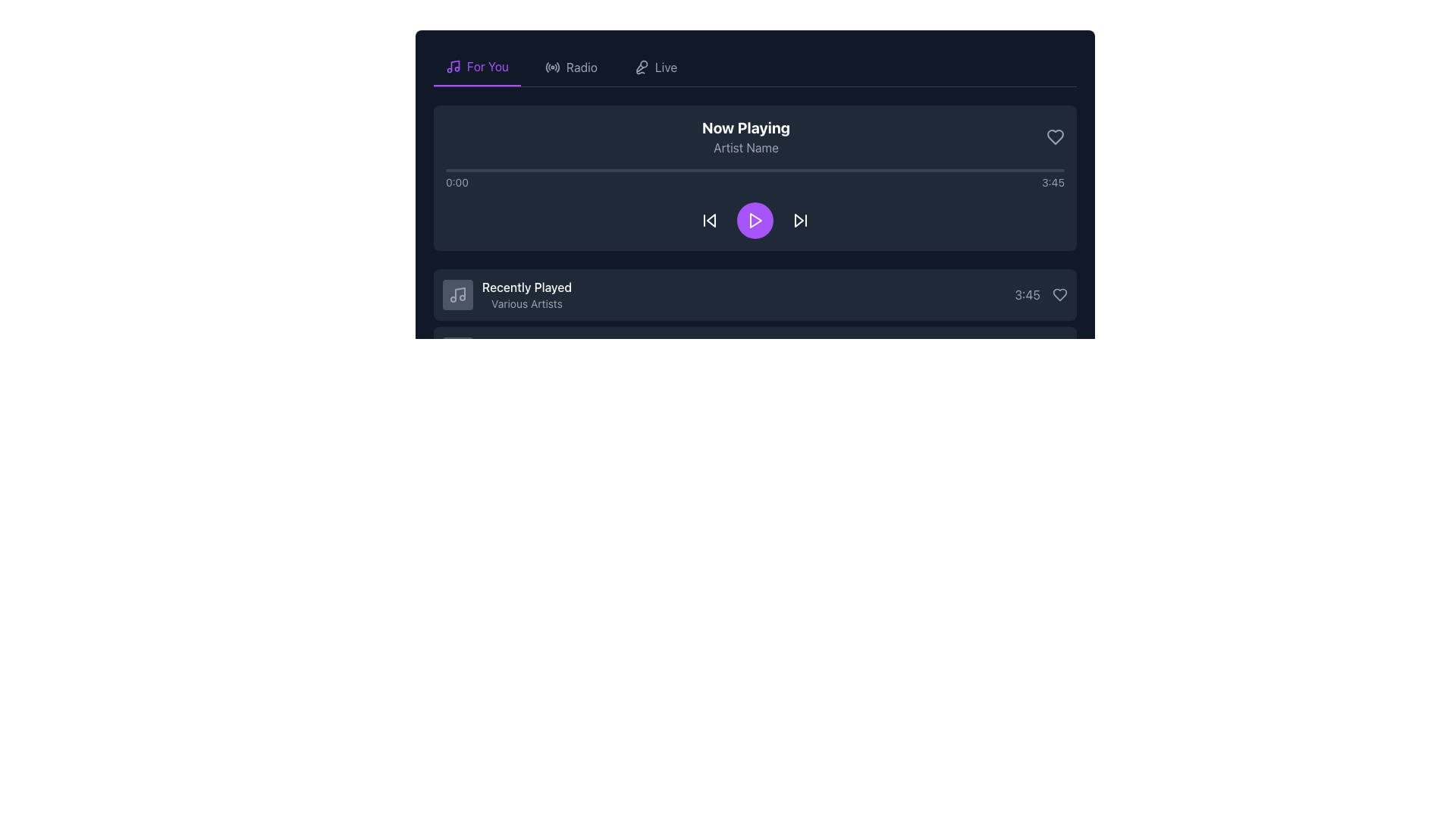 The width and height of the screenshot is (1456, 819). I want to click on the triangle-shaped play icon embedded within the circular purple button located in the control bar, so click(756, 220).